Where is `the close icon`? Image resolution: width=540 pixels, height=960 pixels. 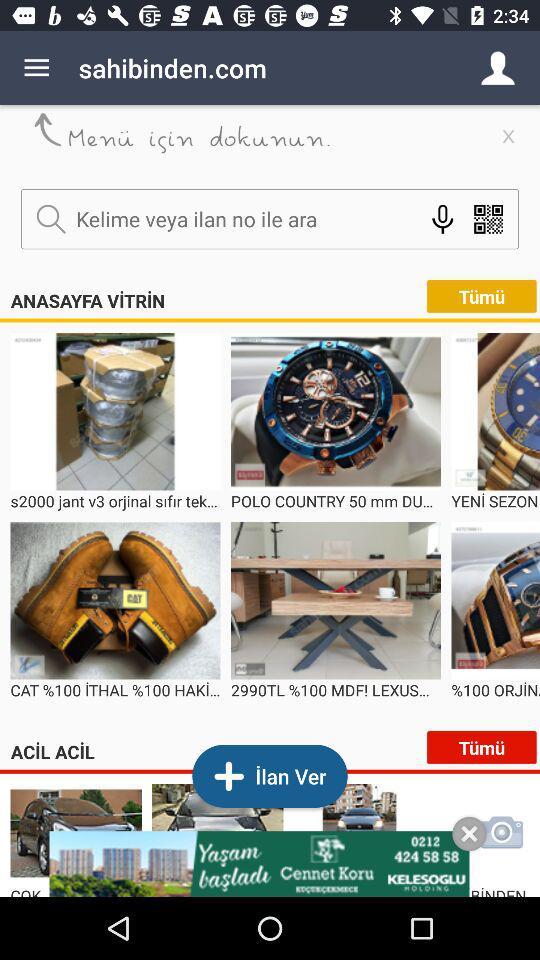
the close icon is located at coordinates (508, 135).